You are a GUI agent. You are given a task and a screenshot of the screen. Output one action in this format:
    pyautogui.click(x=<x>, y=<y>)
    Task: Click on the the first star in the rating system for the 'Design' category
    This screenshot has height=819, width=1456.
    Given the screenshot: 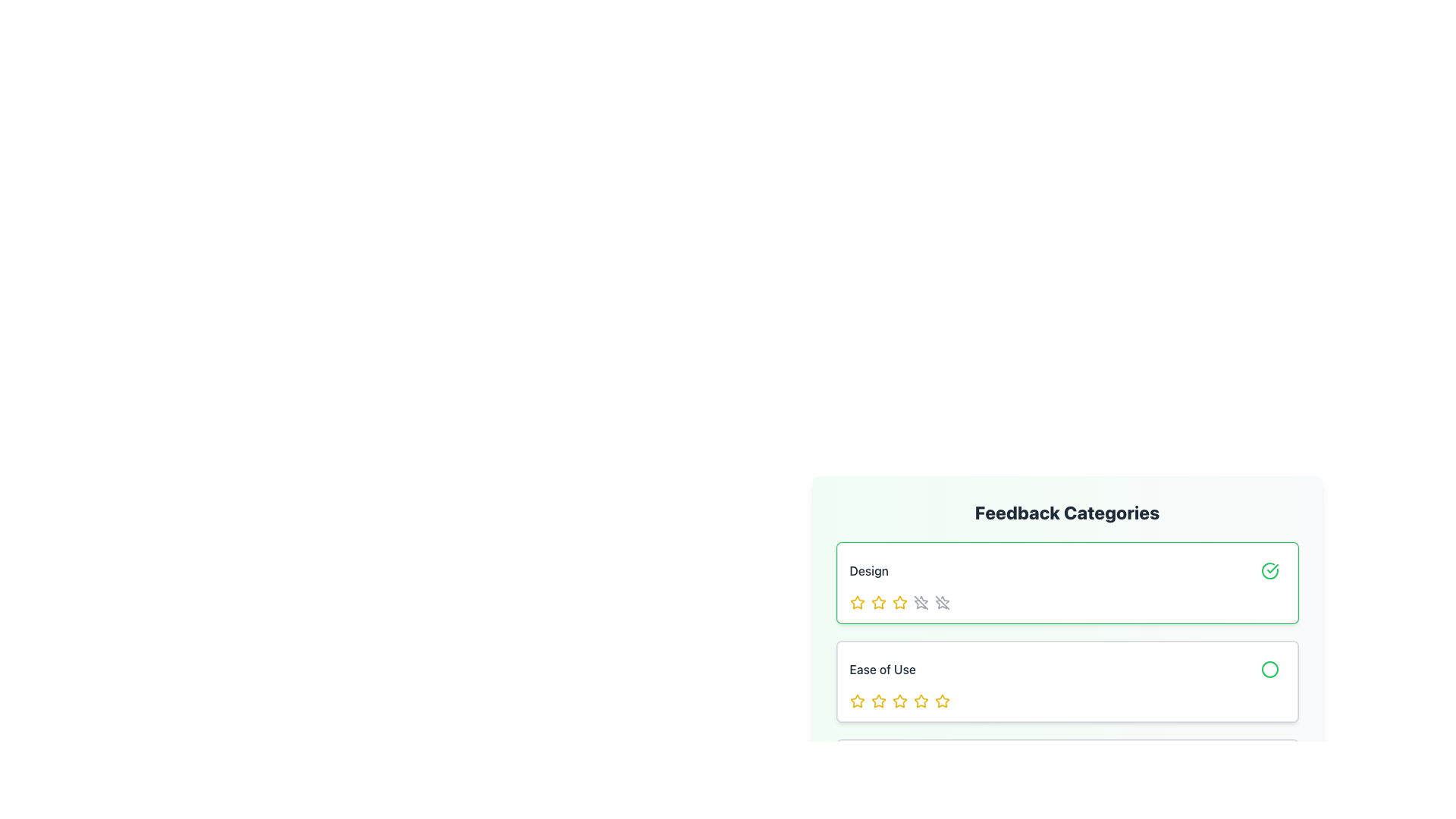 What is the action you would take?
    pyautogui.click(x=857, y=601)
    